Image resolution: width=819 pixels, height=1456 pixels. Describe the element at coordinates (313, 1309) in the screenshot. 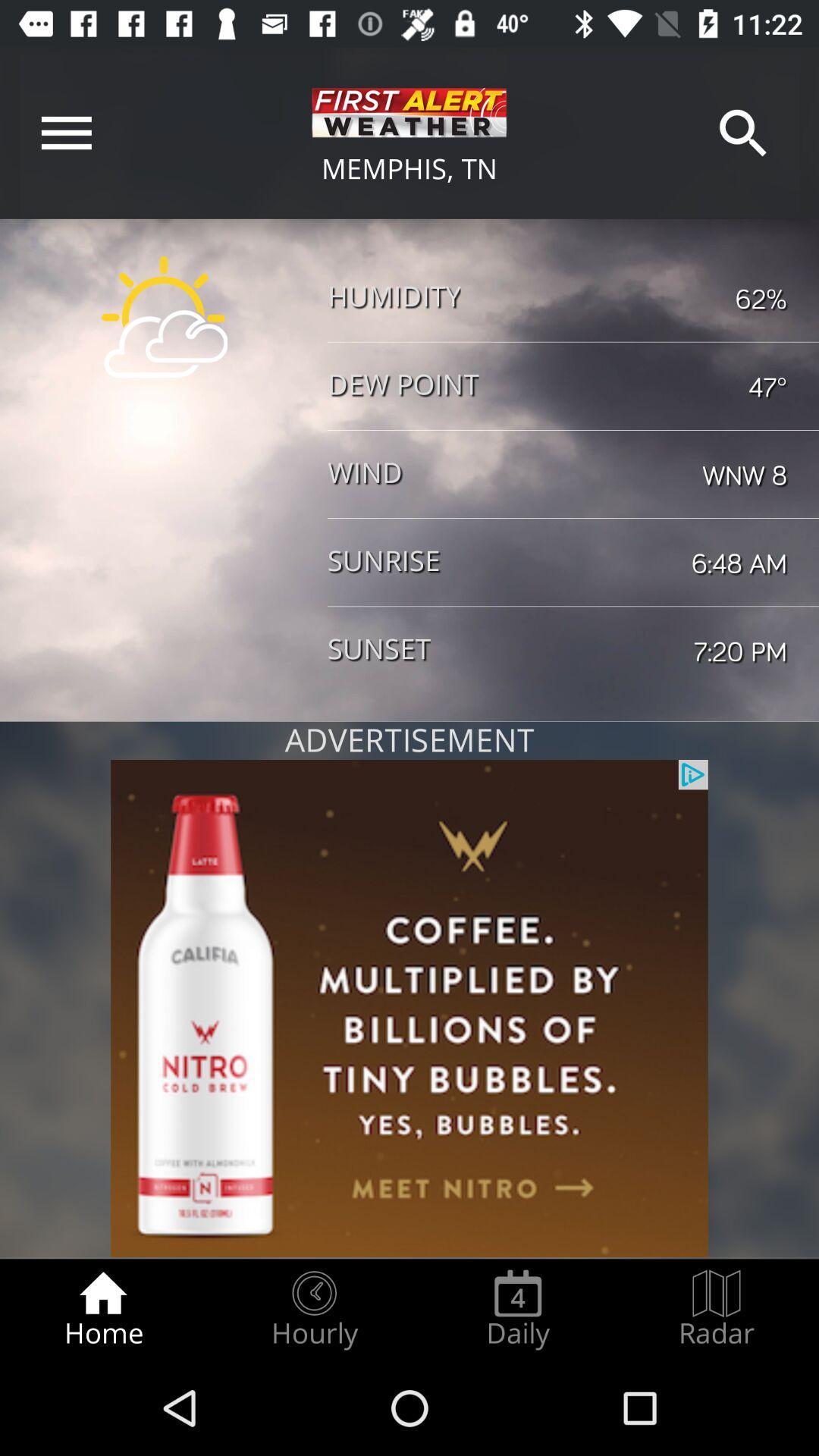

I see `the radio button to the right of home` at that location.